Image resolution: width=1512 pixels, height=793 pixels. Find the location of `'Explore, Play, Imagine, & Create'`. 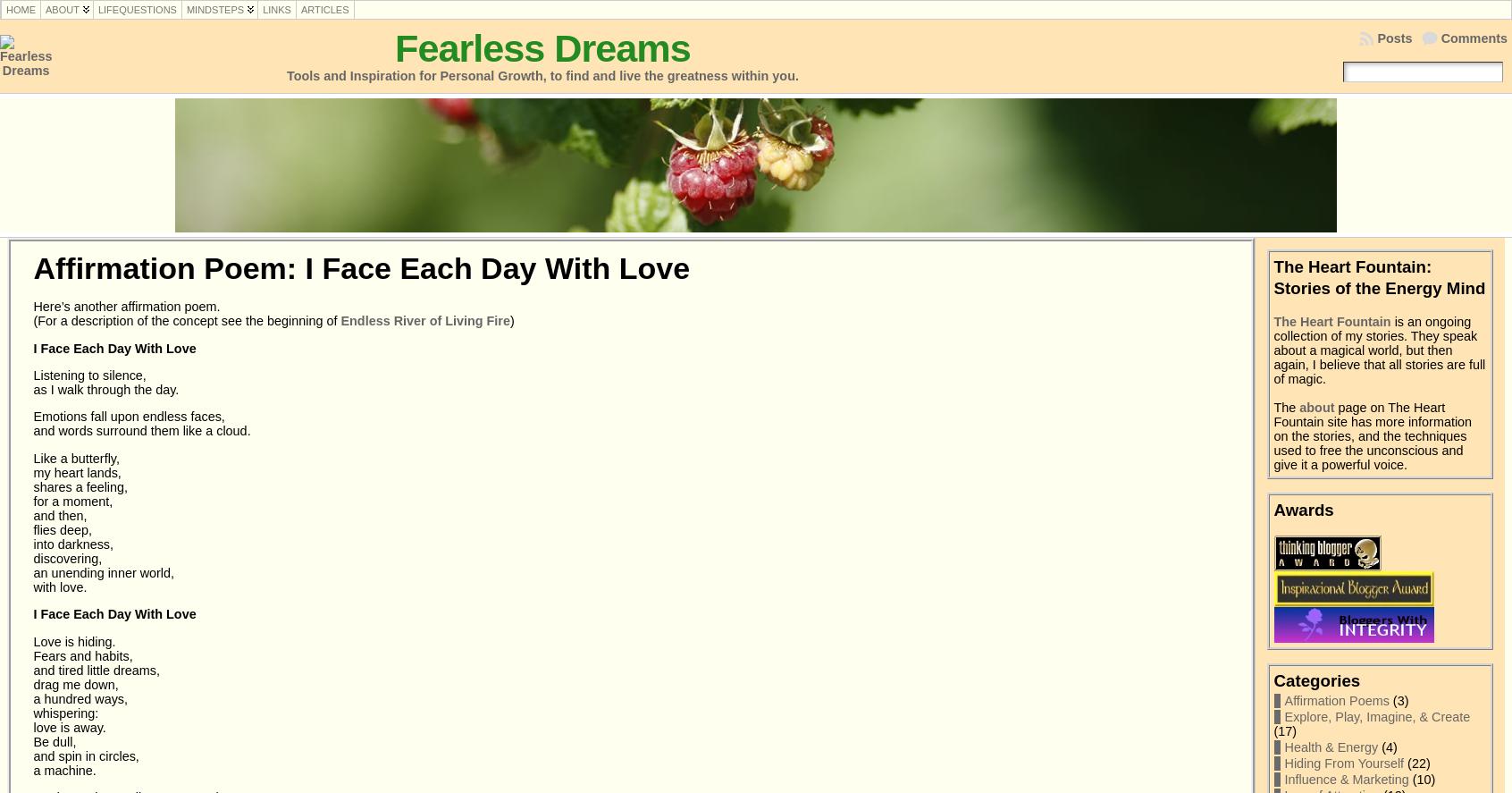

'Explore, Play, Imagine, & Create' is located at coordinates (1377, 717).